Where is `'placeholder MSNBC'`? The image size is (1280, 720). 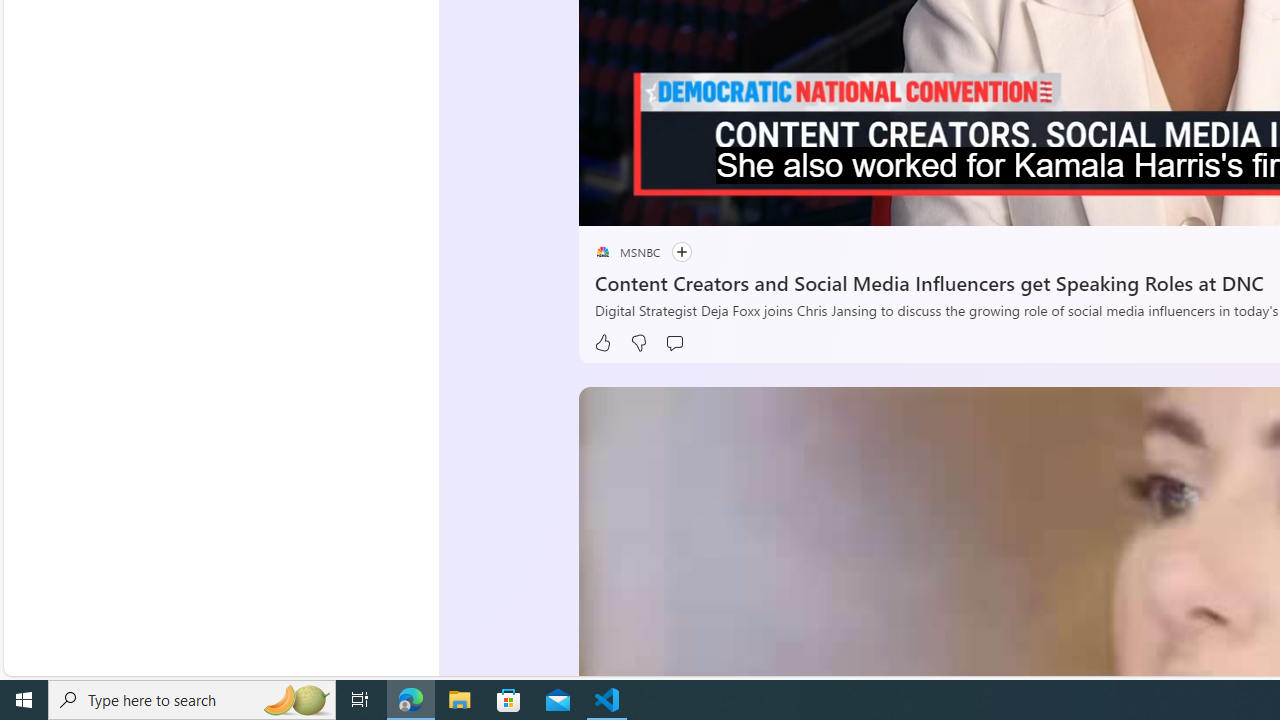 'placeholder MSNBC' is located at coordinates (626, 251).